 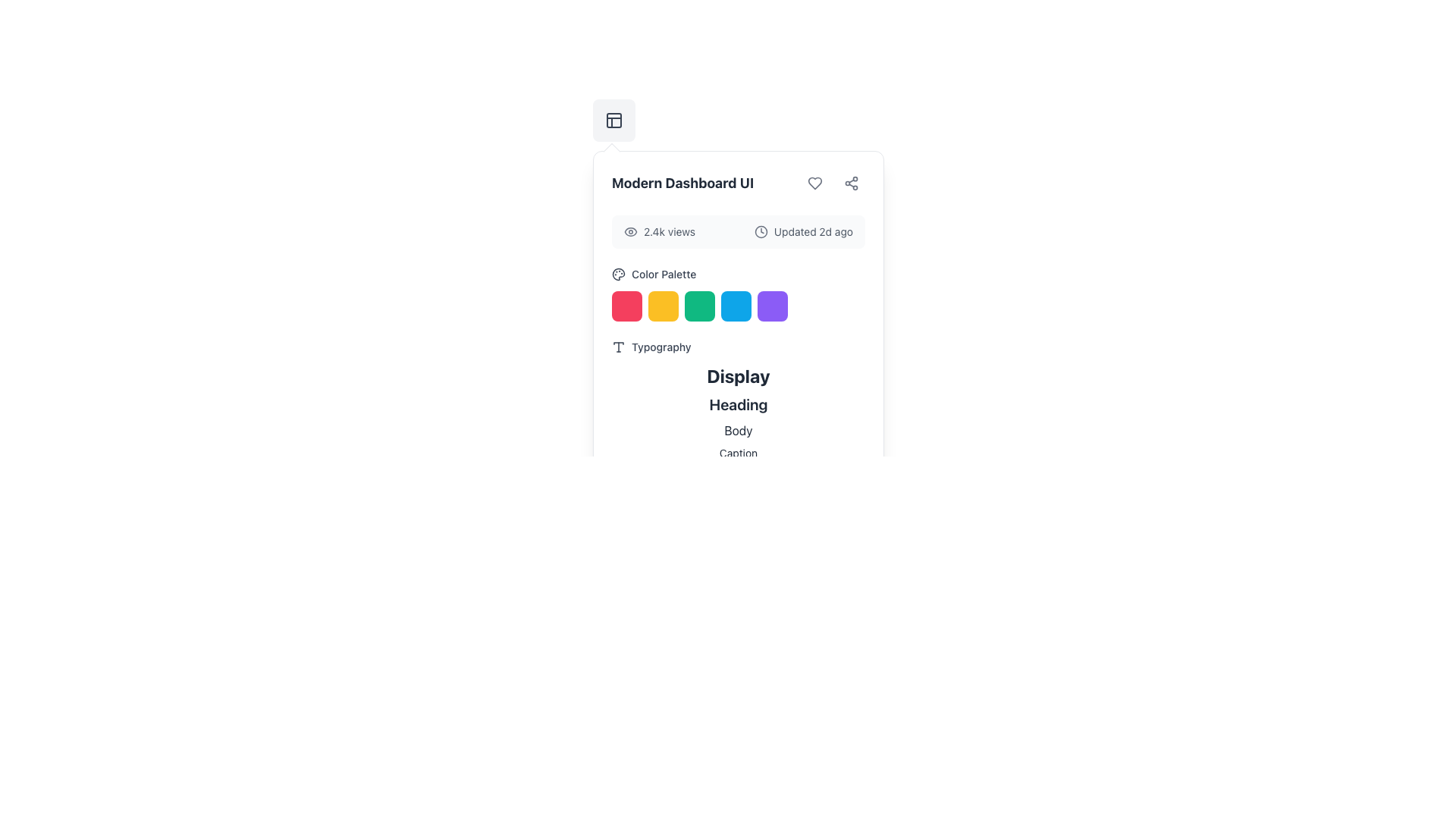 What do you see at coordinates (739, 403) in the screenshot?
I see `the second text label in the typography section under 'DisplayHeadingBodyCaption' to change its text color to blue` at bounding box center [739, 403].